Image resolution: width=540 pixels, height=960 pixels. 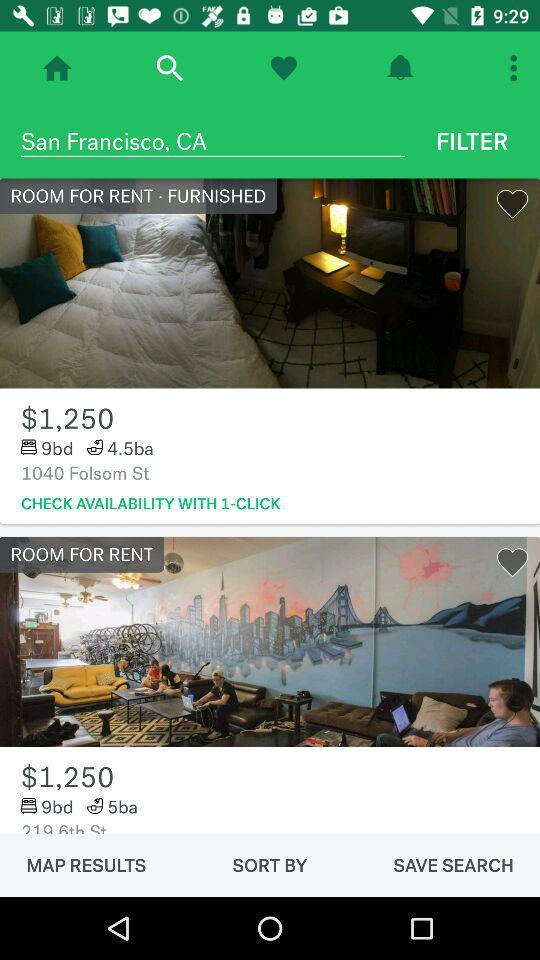 I want to click on click on the heart option at the top of the page, so click(x=282, y=68).